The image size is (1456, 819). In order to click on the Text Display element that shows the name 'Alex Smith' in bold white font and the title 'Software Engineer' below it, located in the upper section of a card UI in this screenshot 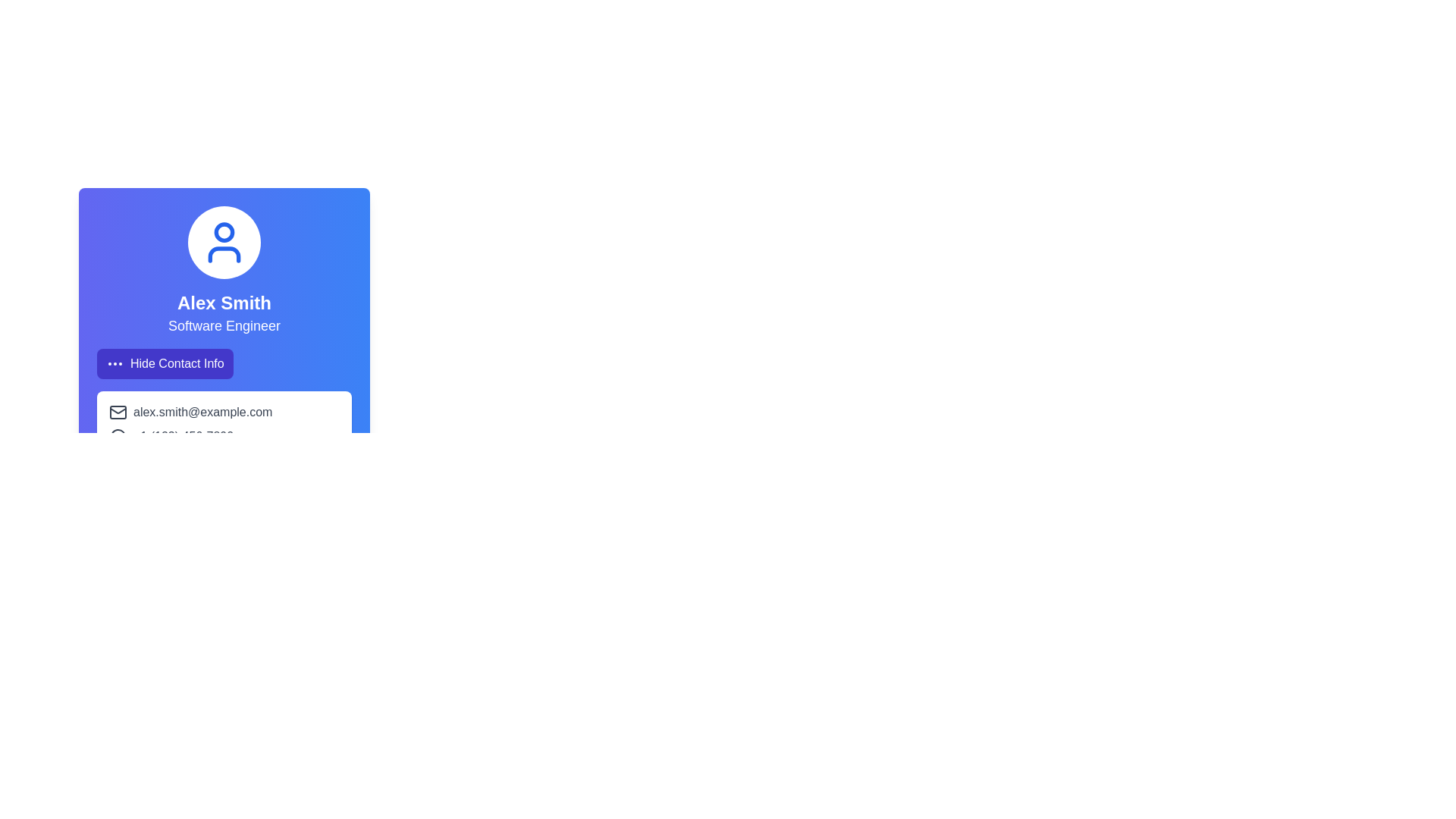, I will do `click(224, 292)`.